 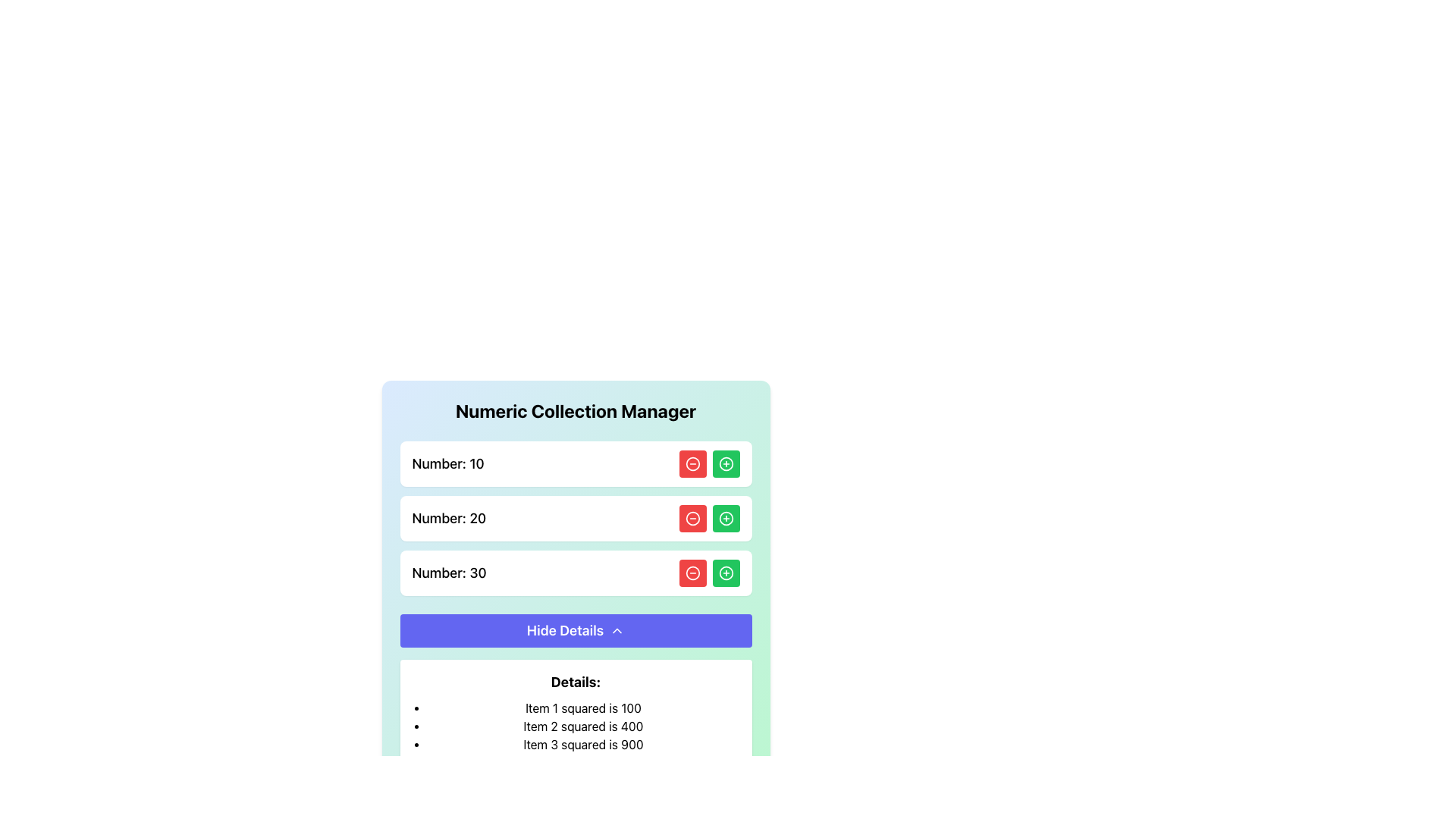 I want to click on the outer circular boundary of the red icon with a minus sign, located beside the number '20' in the 'Numeric Collection Manager' section, so click(x=692, y=517).